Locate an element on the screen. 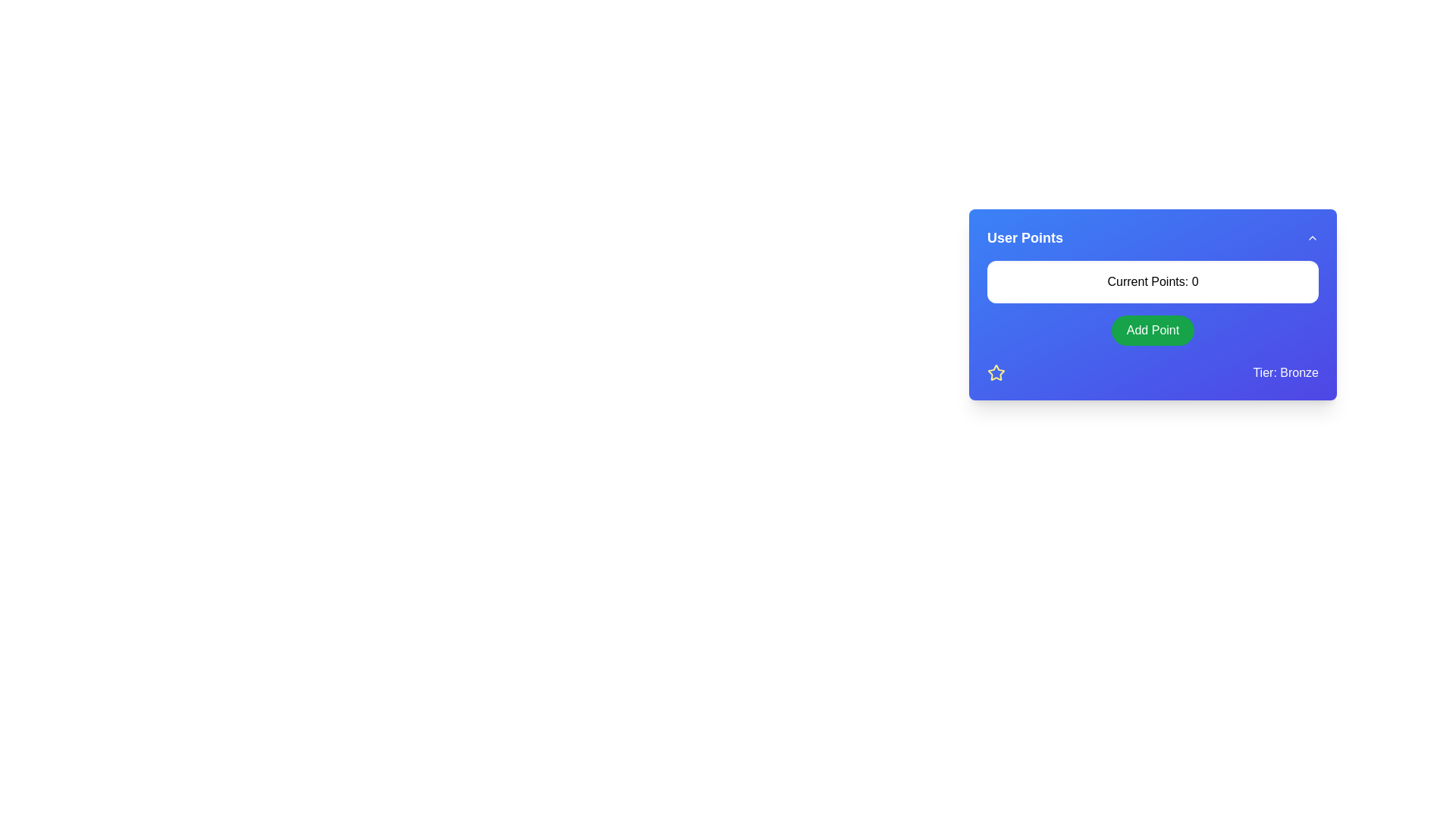  the rectangular green button labeled 'Add Point' located below the 'Current Points: 0' text box is located at coordinates (1153, 329).